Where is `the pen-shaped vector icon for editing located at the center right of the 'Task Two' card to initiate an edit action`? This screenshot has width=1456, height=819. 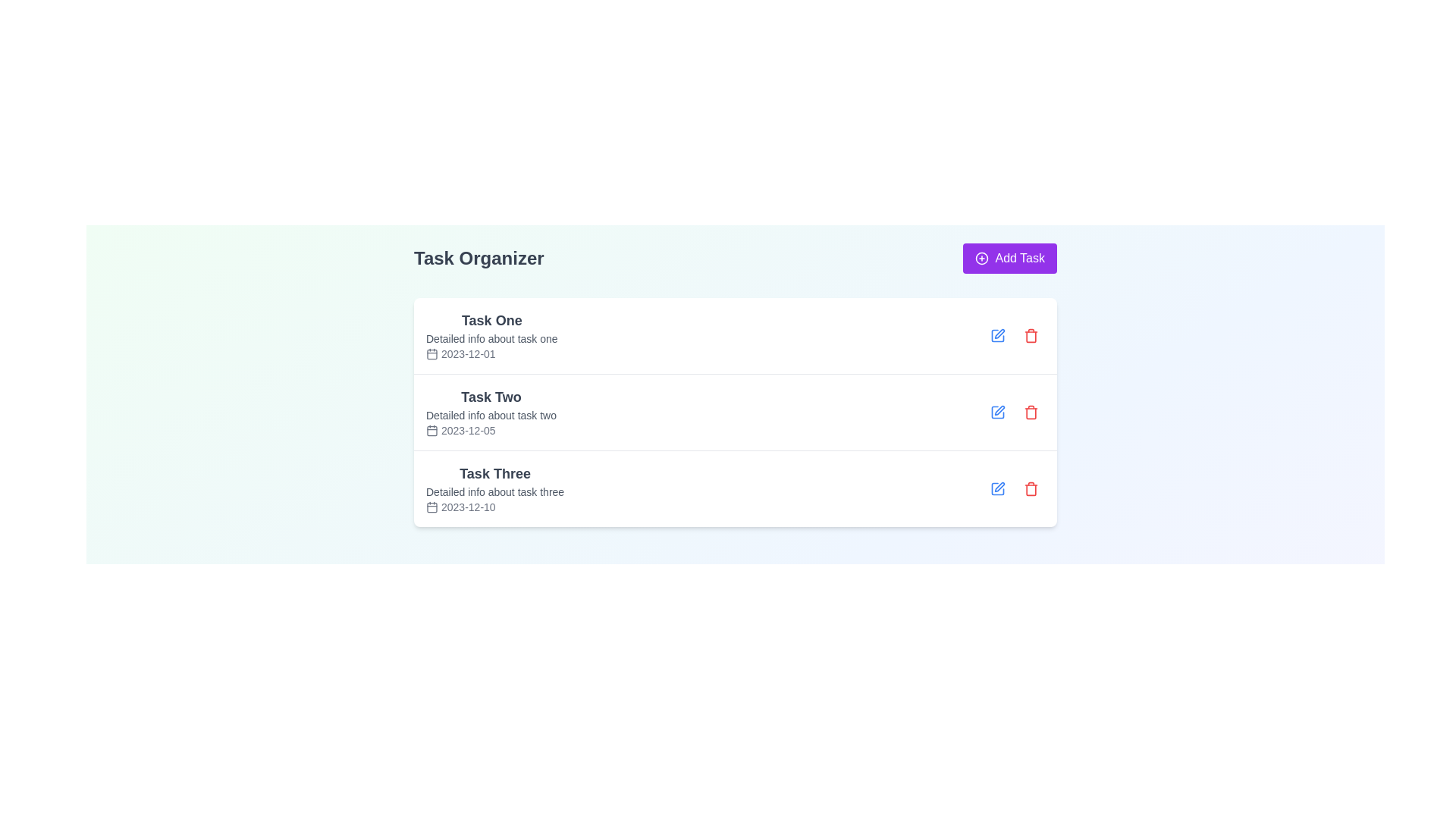
the pen-shaped vector icon for editing located at the center right of the 'Task Two' card to initiate an edit action is located at coordinates (999, 410).